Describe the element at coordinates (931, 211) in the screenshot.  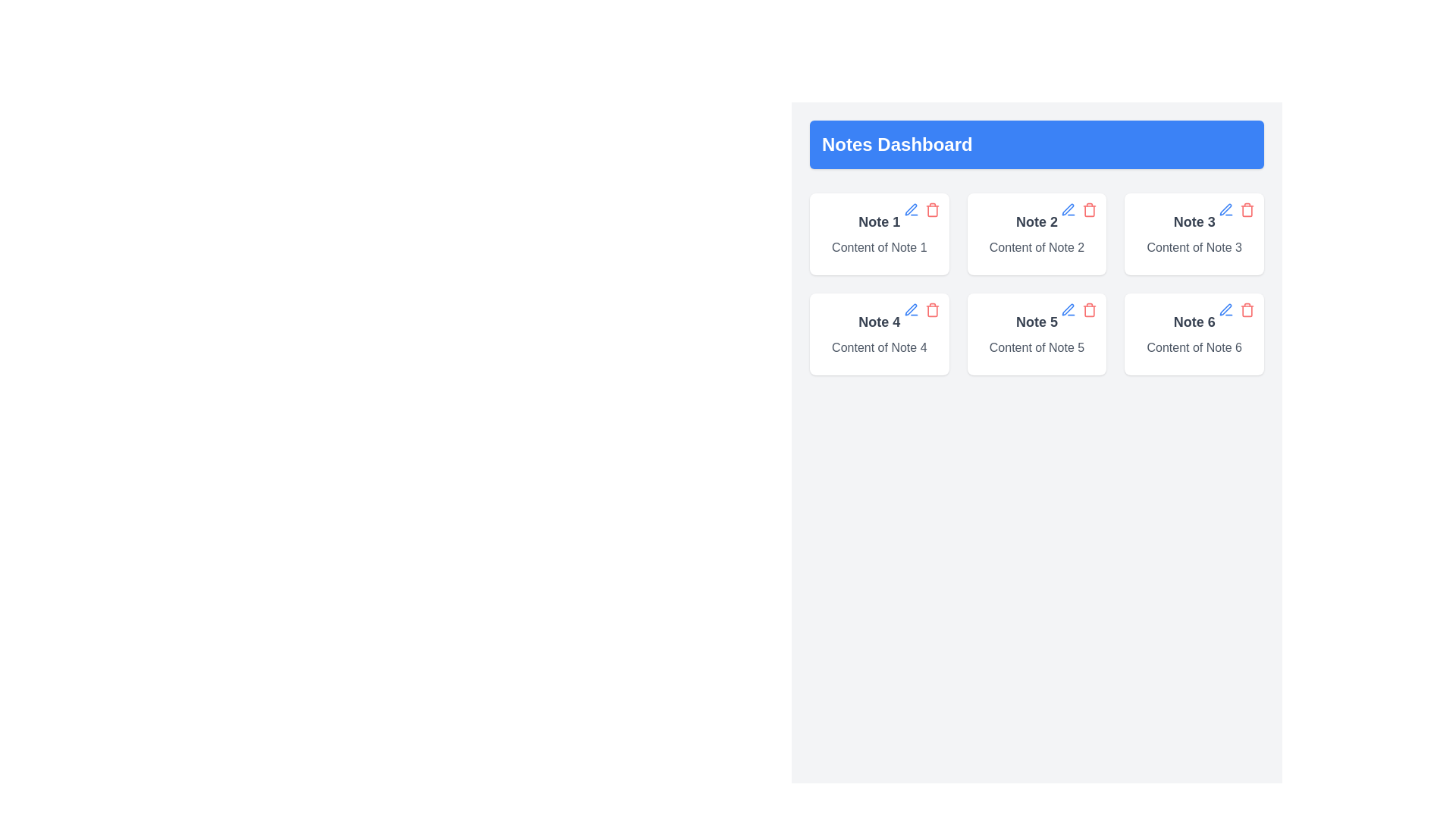
I see `the trashcan body icon, which is the second subcomponent of the trash icon used for deleting 'Note 1' in the top-left grid cell of the Notes Dashboard` at that location.